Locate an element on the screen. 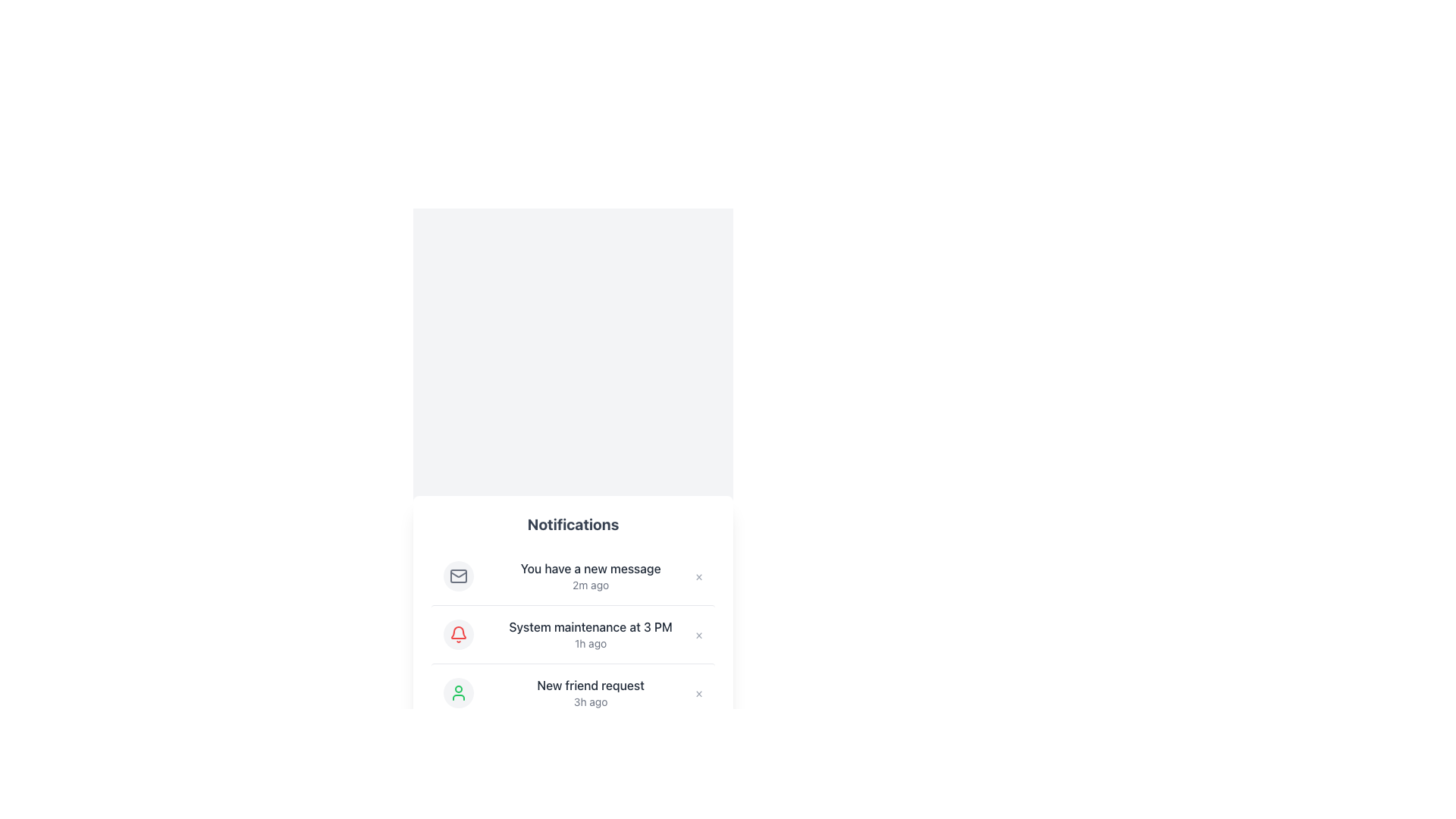 This screenshot has height=819, width=1456. the title text in the notification section is located at coordinates (572, 523).